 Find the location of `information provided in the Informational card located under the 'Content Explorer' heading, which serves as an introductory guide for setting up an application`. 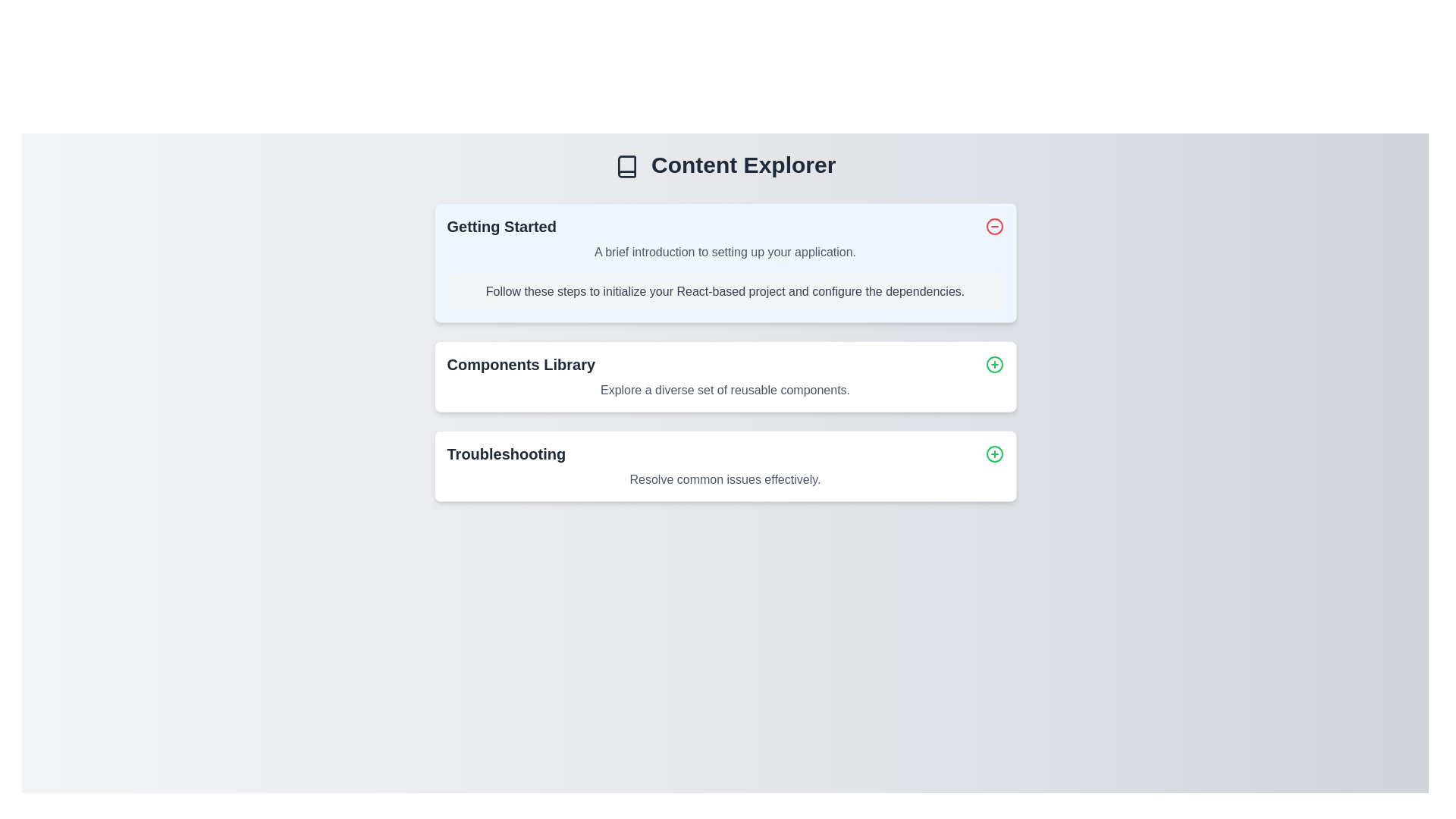

information provided in the Informational card located under the 'Content Explorer' heading, which serves as an introductory guide for setting up an application is located at coordinates (724, 262).